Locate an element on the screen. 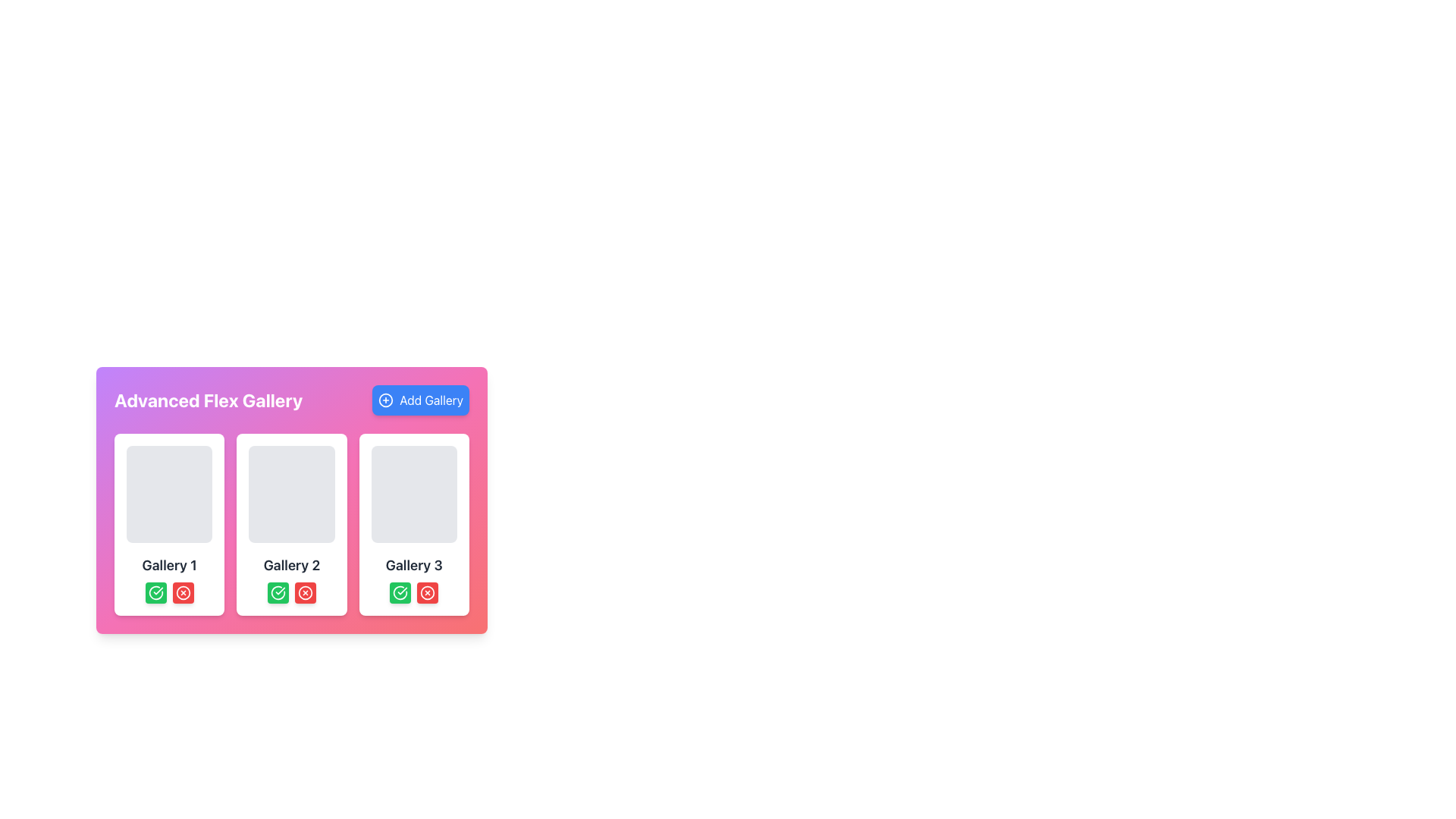  text label positioned centrally under the image placeholder in the first gallery card, which helps users identify the respective gallery is located at coordinates (169, 565).